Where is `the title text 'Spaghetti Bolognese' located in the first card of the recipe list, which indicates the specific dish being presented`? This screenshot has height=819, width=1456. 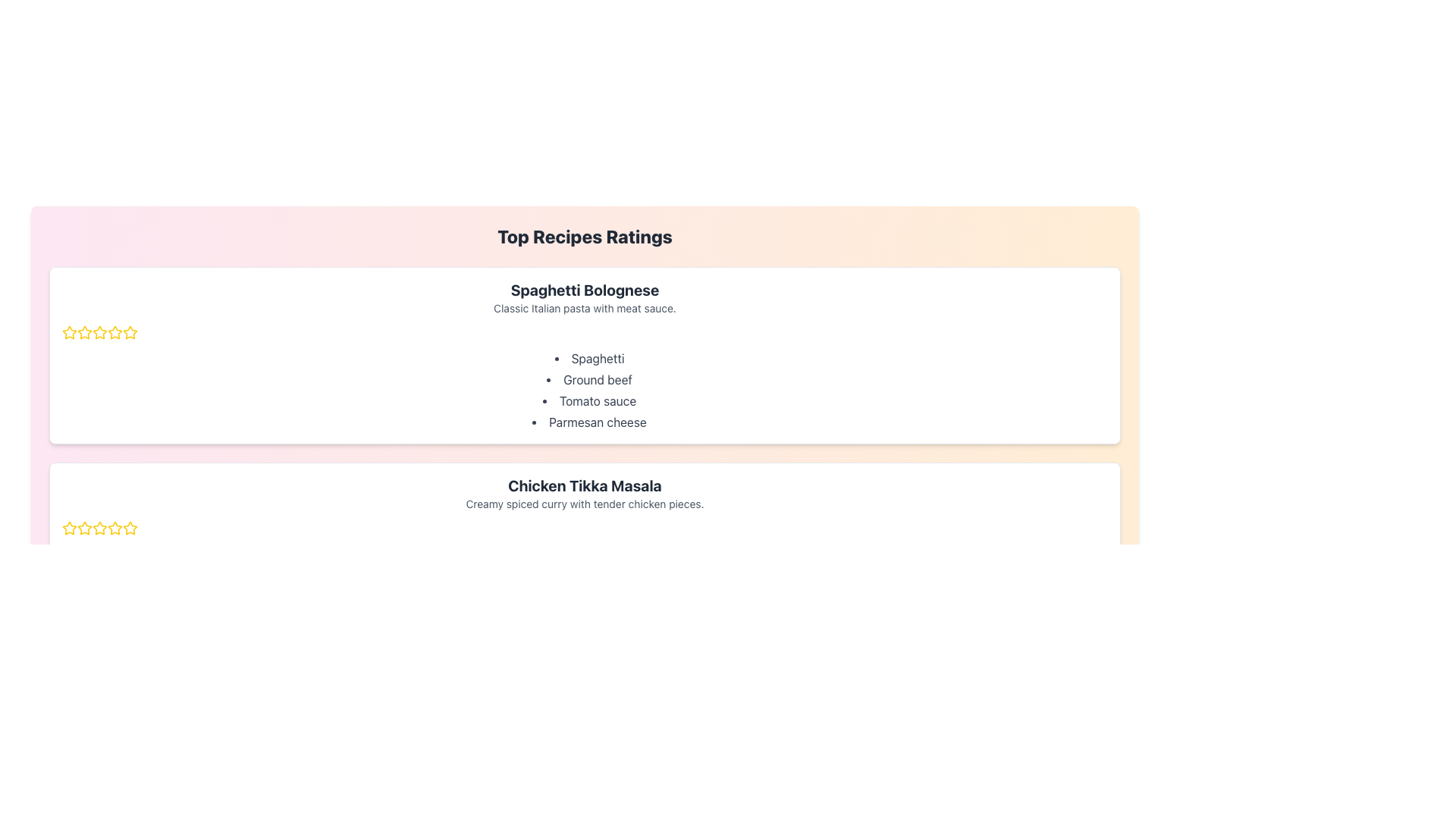
the title text 'Spaghetti Bolognese' located in the first card of the recipe list, which indicates the specific dish being presented is located at coordinates (584, 290).